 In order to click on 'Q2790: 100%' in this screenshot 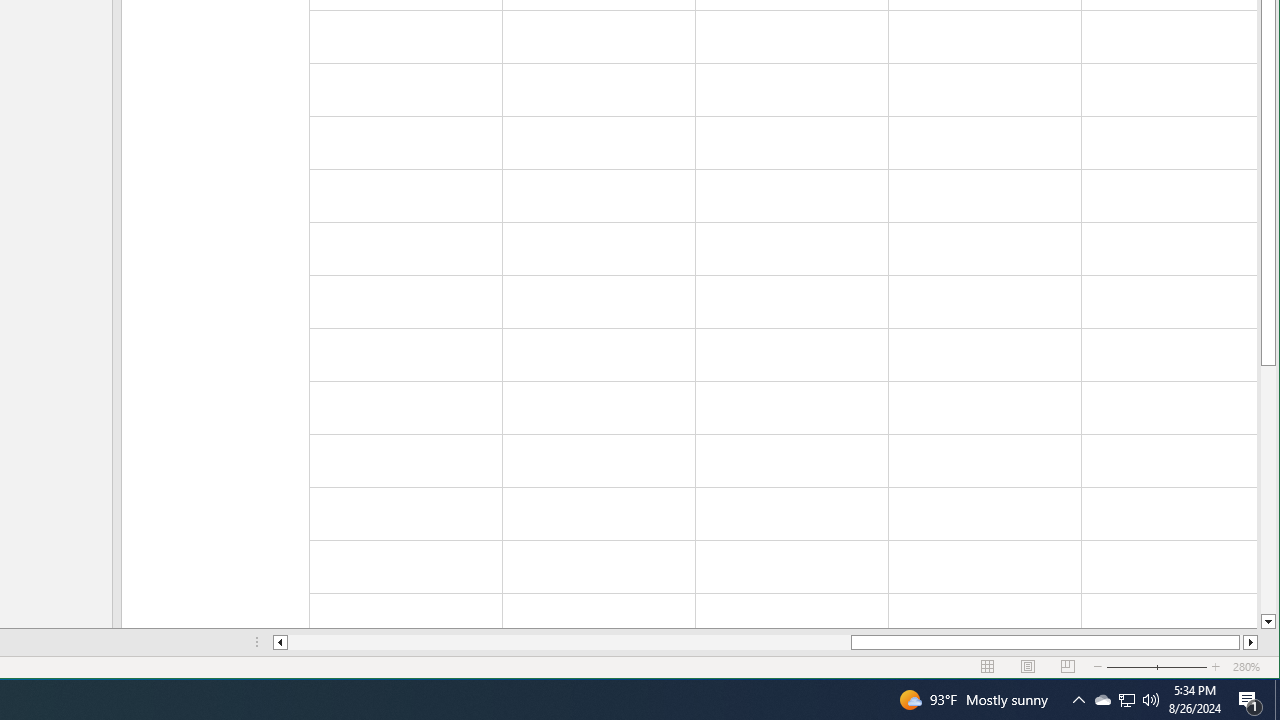, I will do `click(1101, 698)`.